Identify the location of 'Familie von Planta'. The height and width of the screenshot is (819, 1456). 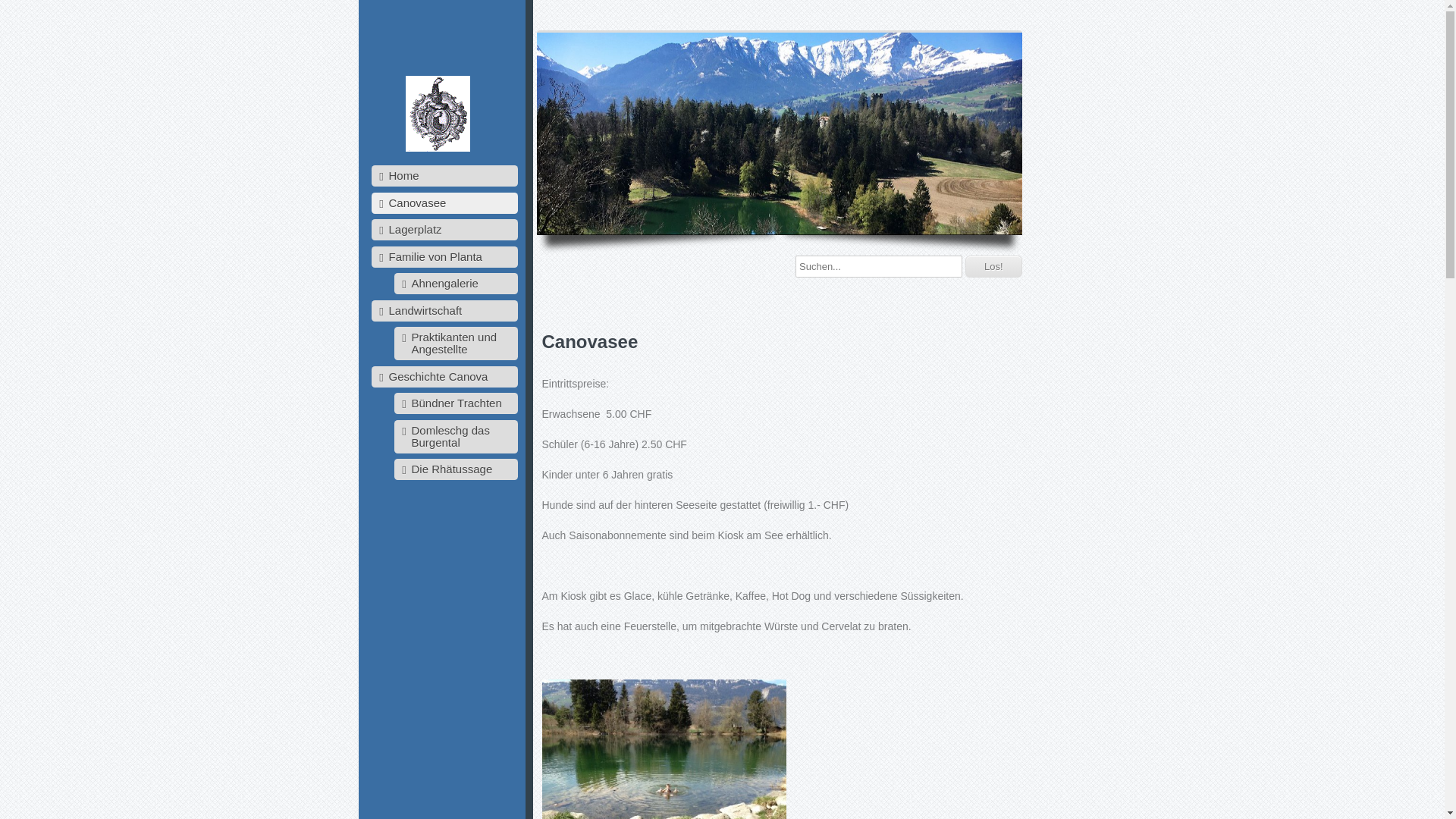
(444, 256).